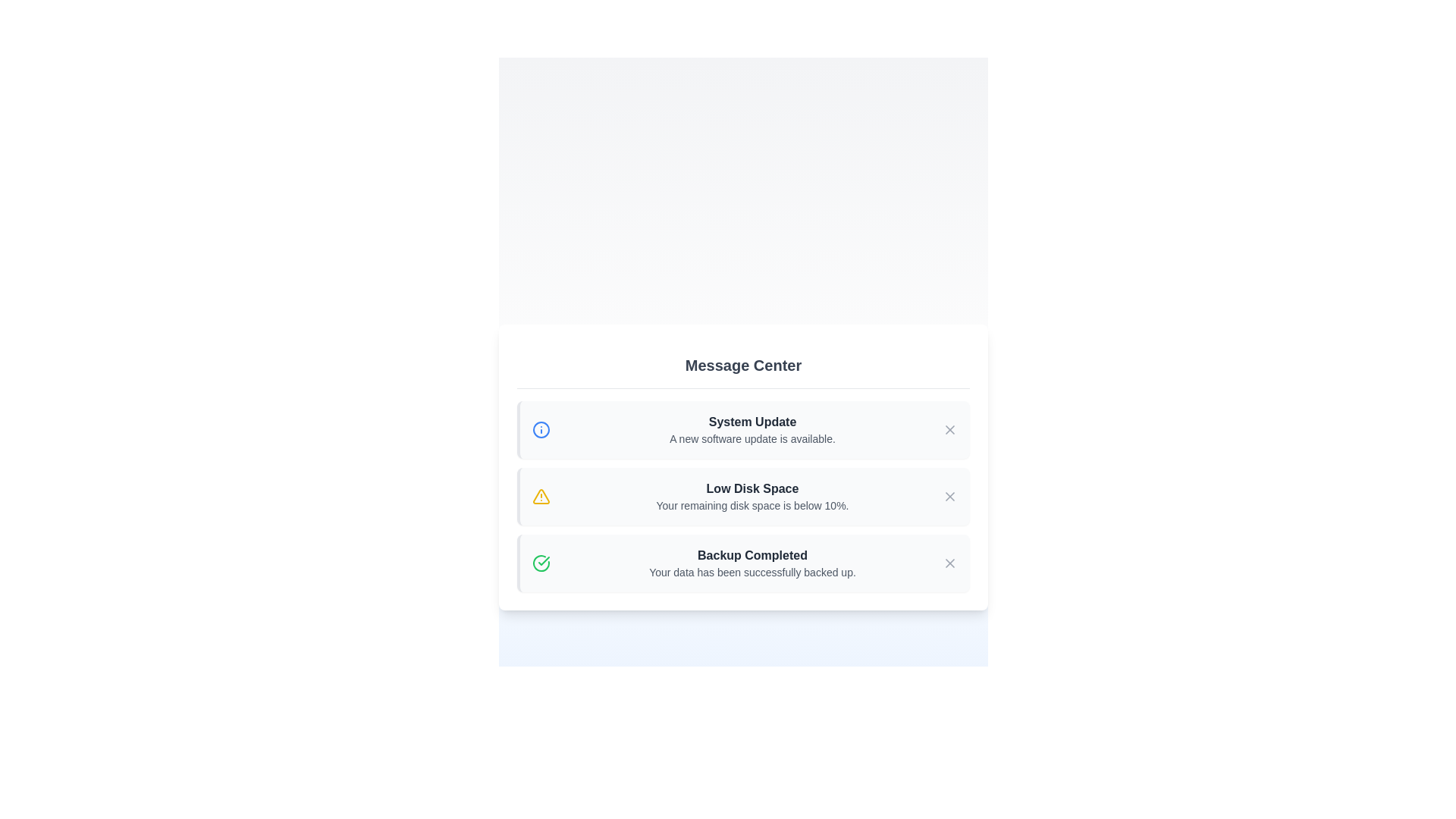 This screenshot has height=819, width=1456. I want to click on the circular SVG shape that represents the 'System Update' notification in the leftmost blue icon of the 'Message Center', so click(541, 429).